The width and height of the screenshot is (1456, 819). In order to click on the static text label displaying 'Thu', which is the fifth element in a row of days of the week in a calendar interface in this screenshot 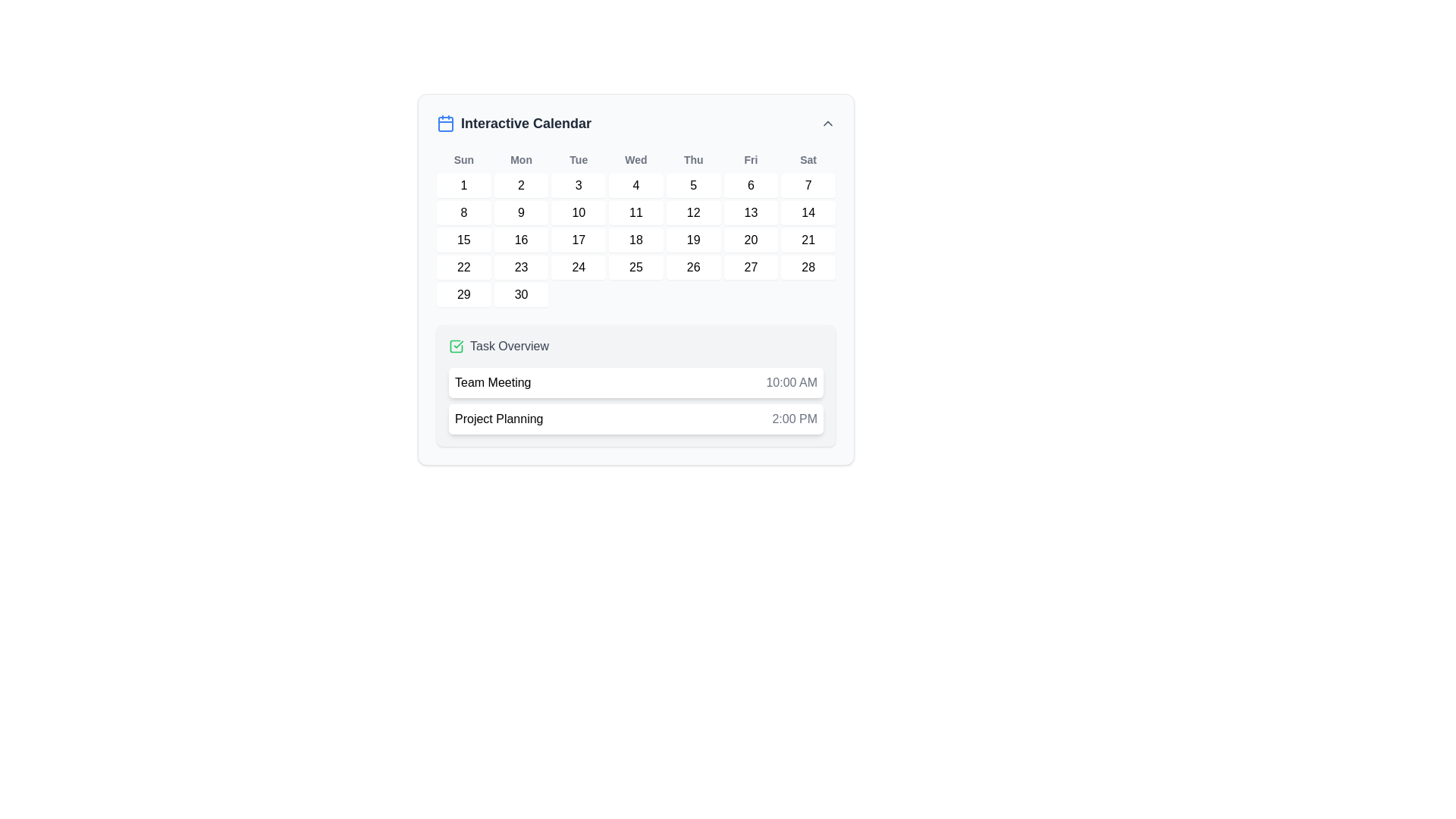, I will do `click(692, 160)`.